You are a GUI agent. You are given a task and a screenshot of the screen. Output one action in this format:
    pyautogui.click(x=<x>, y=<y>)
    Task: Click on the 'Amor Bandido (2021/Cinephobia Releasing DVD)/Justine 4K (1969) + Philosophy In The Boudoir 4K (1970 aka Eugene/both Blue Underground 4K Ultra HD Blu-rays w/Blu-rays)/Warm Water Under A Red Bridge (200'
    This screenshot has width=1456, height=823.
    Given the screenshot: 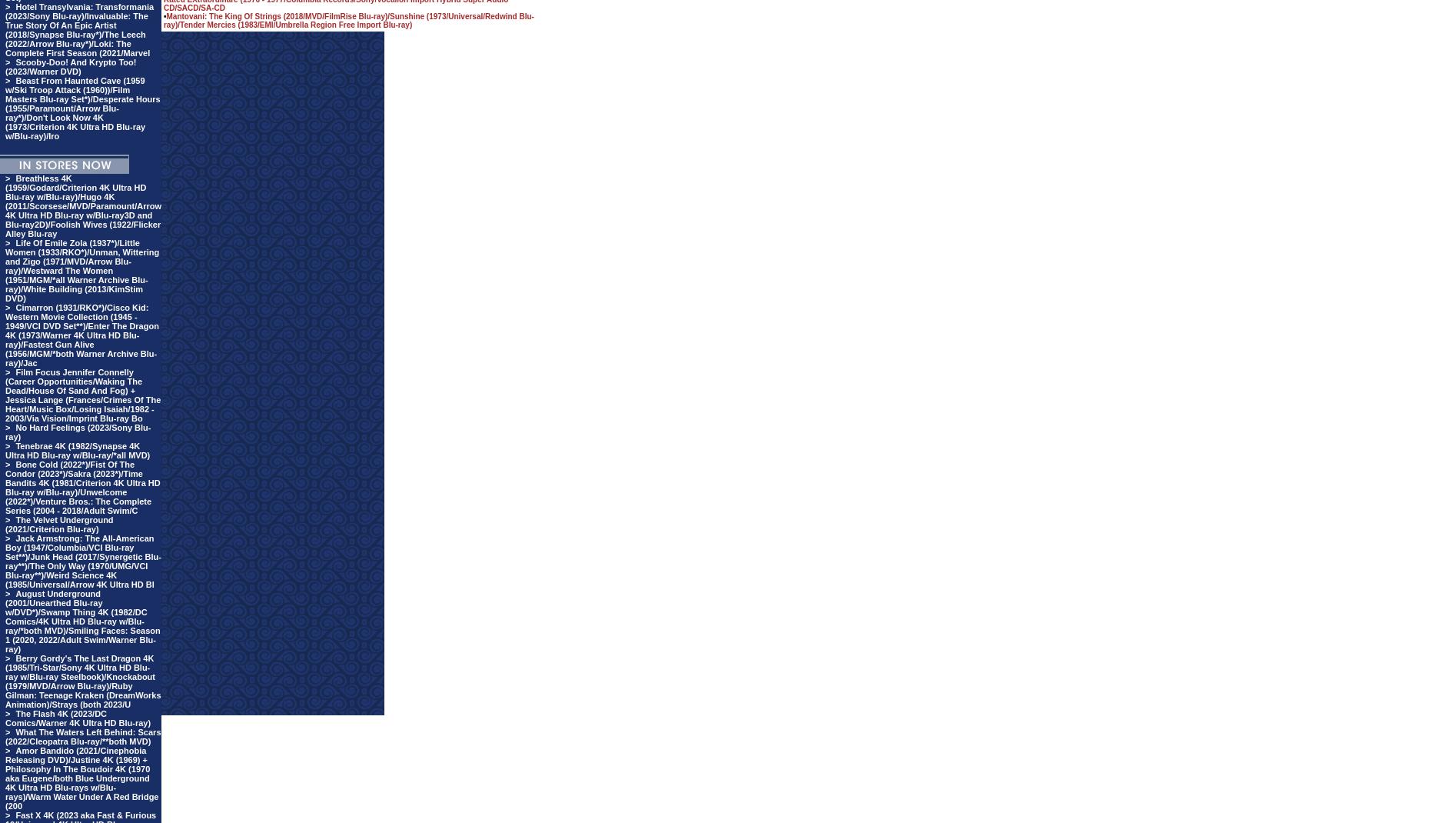 What is the action you would take?
    pyautogui.click(x=81, y=778)
    